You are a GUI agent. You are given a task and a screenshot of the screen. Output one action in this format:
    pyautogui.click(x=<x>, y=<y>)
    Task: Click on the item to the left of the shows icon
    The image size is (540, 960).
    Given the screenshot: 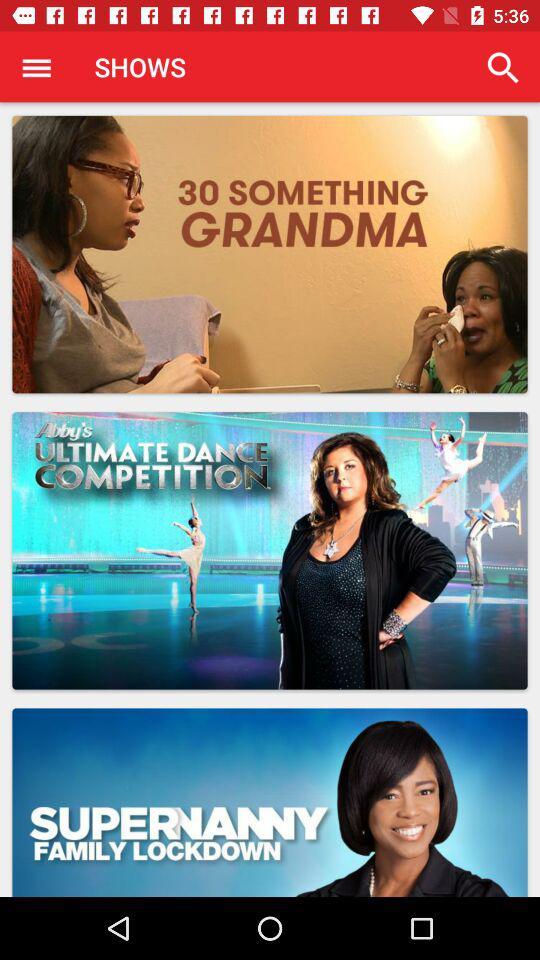 What is the action you would take?
    pyautogui.click(x=36, y=67)
    